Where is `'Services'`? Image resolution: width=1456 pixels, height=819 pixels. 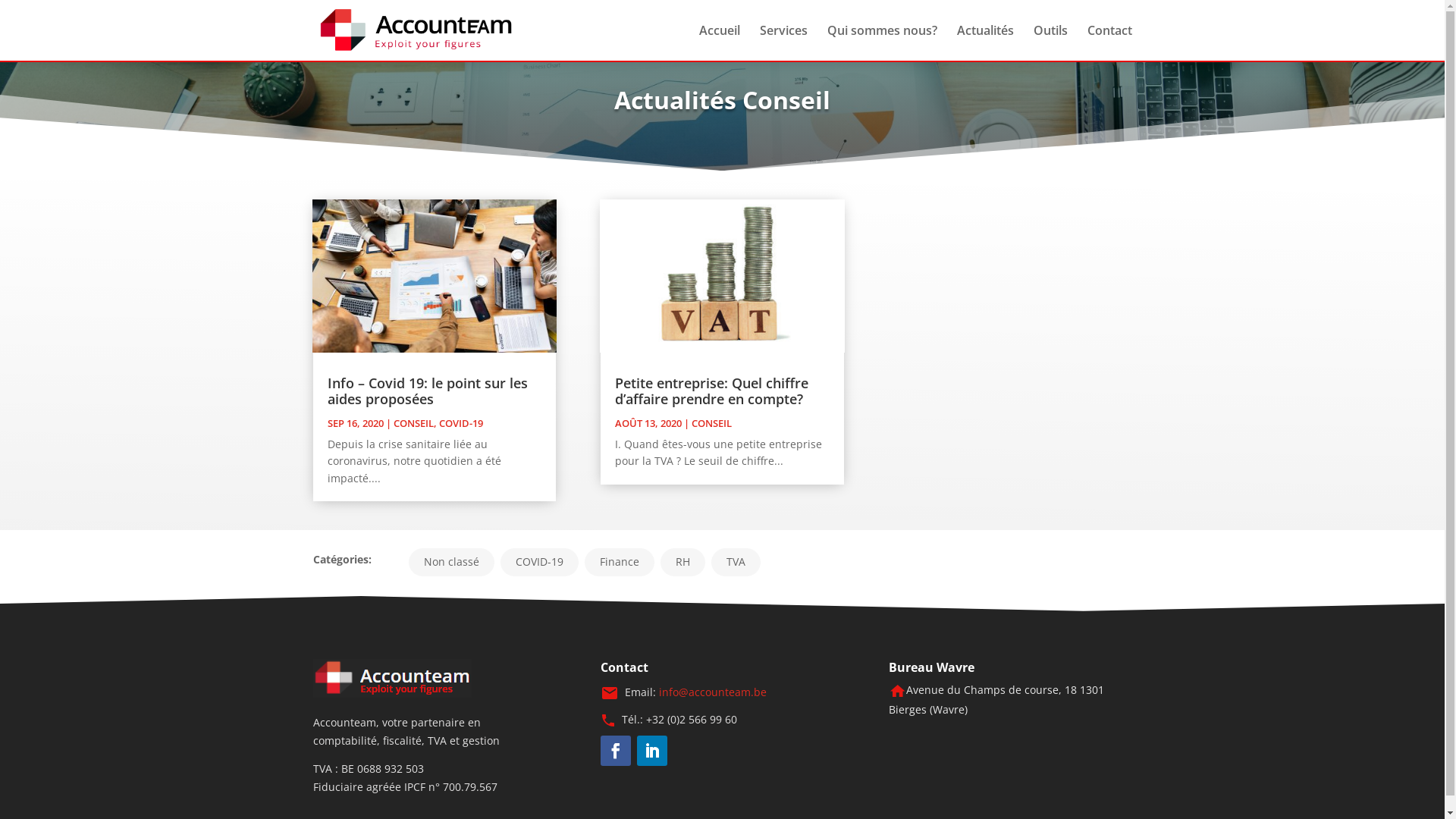
'Services' is located at coordinates (783, 42).